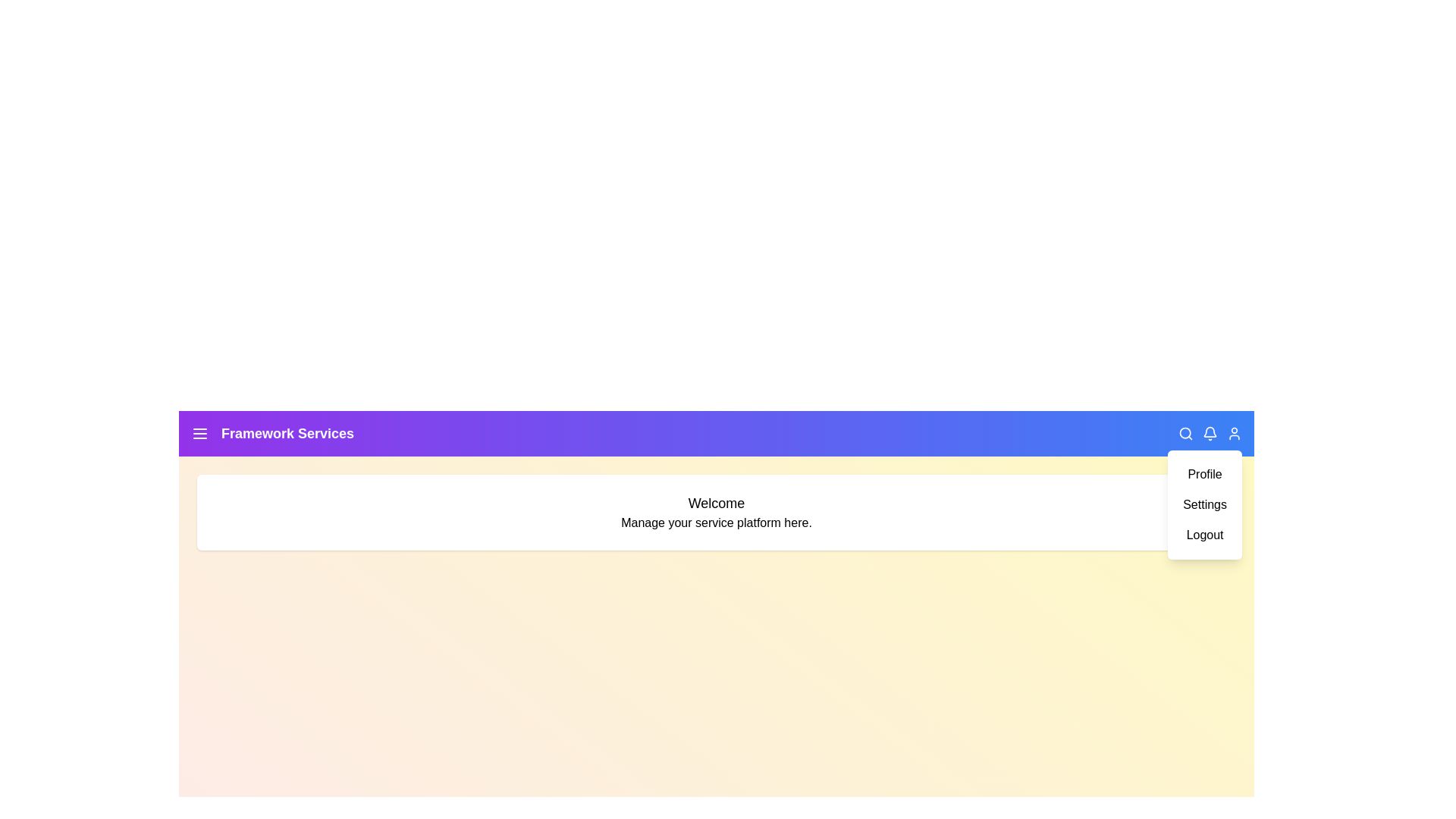 The height and width of the screenshot is (819, 1456). I want to click on the notification icon to view notifications, so click(1210, 433).